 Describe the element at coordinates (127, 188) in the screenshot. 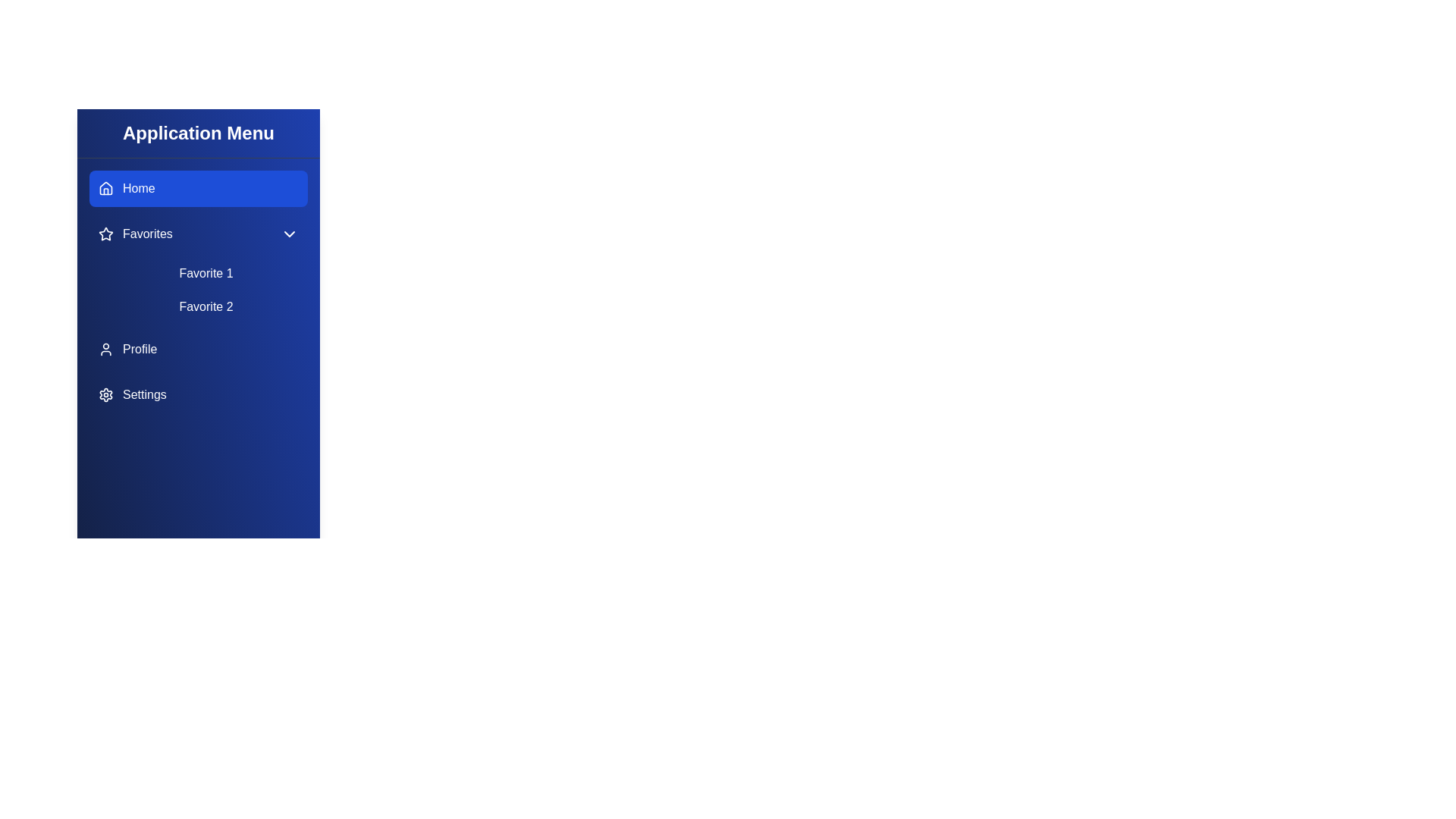

I see `the 'Home' navigation button, which features a house icon and a bold blue background` at that location.